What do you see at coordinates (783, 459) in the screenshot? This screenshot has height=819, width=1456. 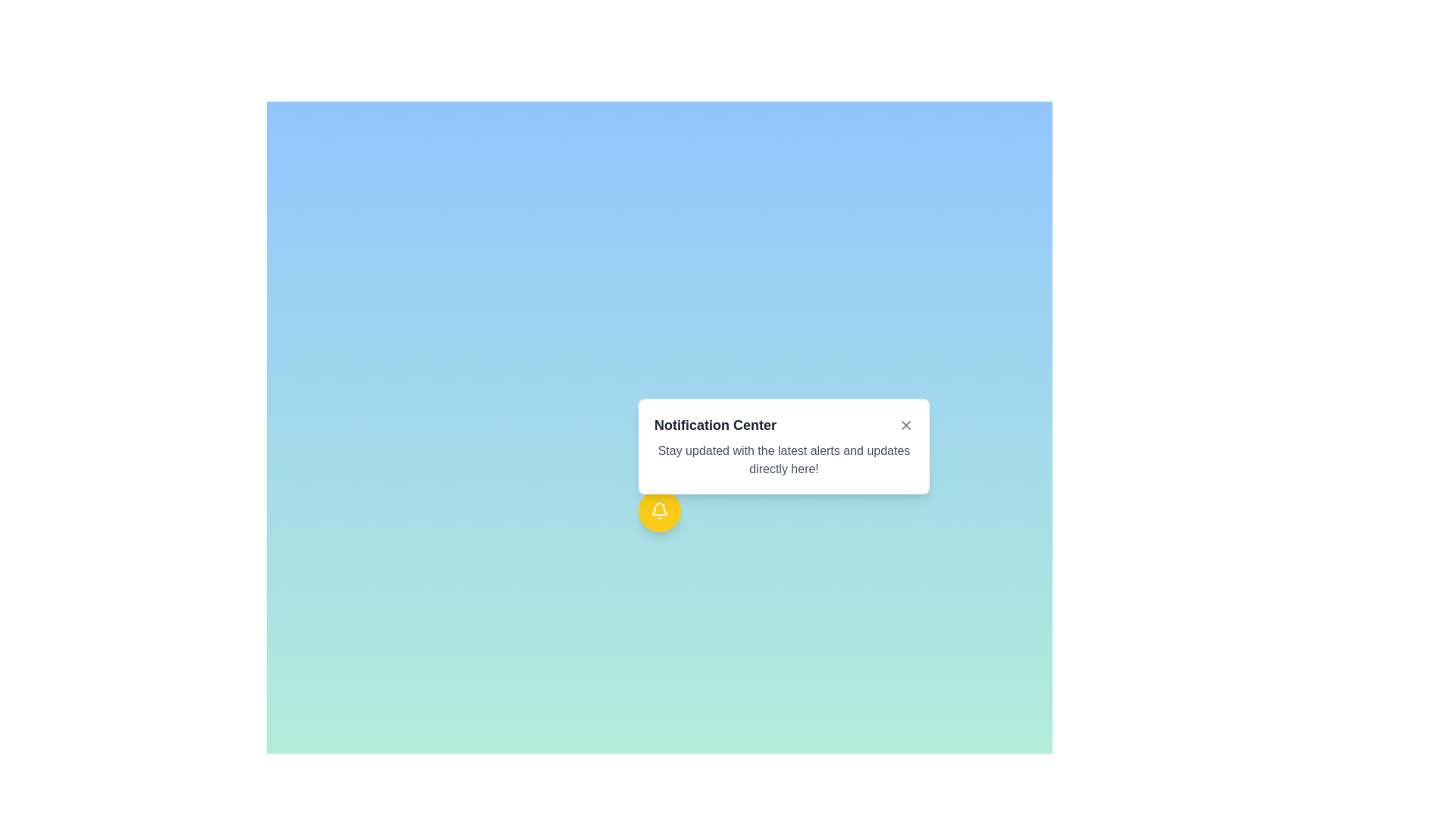 I see `the multi-line text block that contains the message 'Stay updated with the latest alerts and updates directly here!' positioned at the bottom of the white notification card` at bounding box center [783, 459].